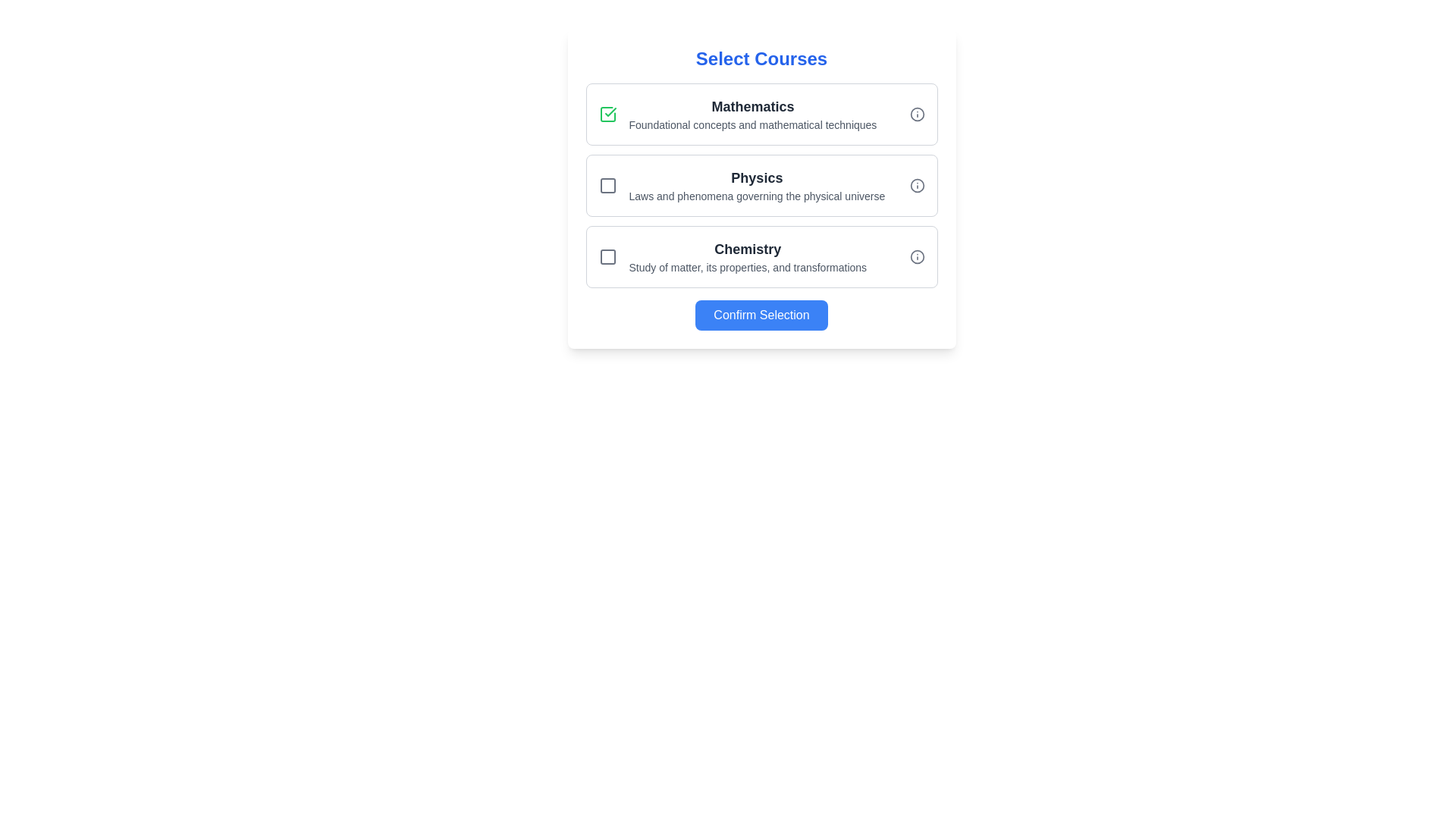 This screenshot has width=1456, height=819. What do you see at coordinates (916, 256) in the screenshot?
I see `the small circular icon with an 'i' symbol inside, located at the top-right corner of the 'Chemistry' course selection row` at bounding box center [916, 256].